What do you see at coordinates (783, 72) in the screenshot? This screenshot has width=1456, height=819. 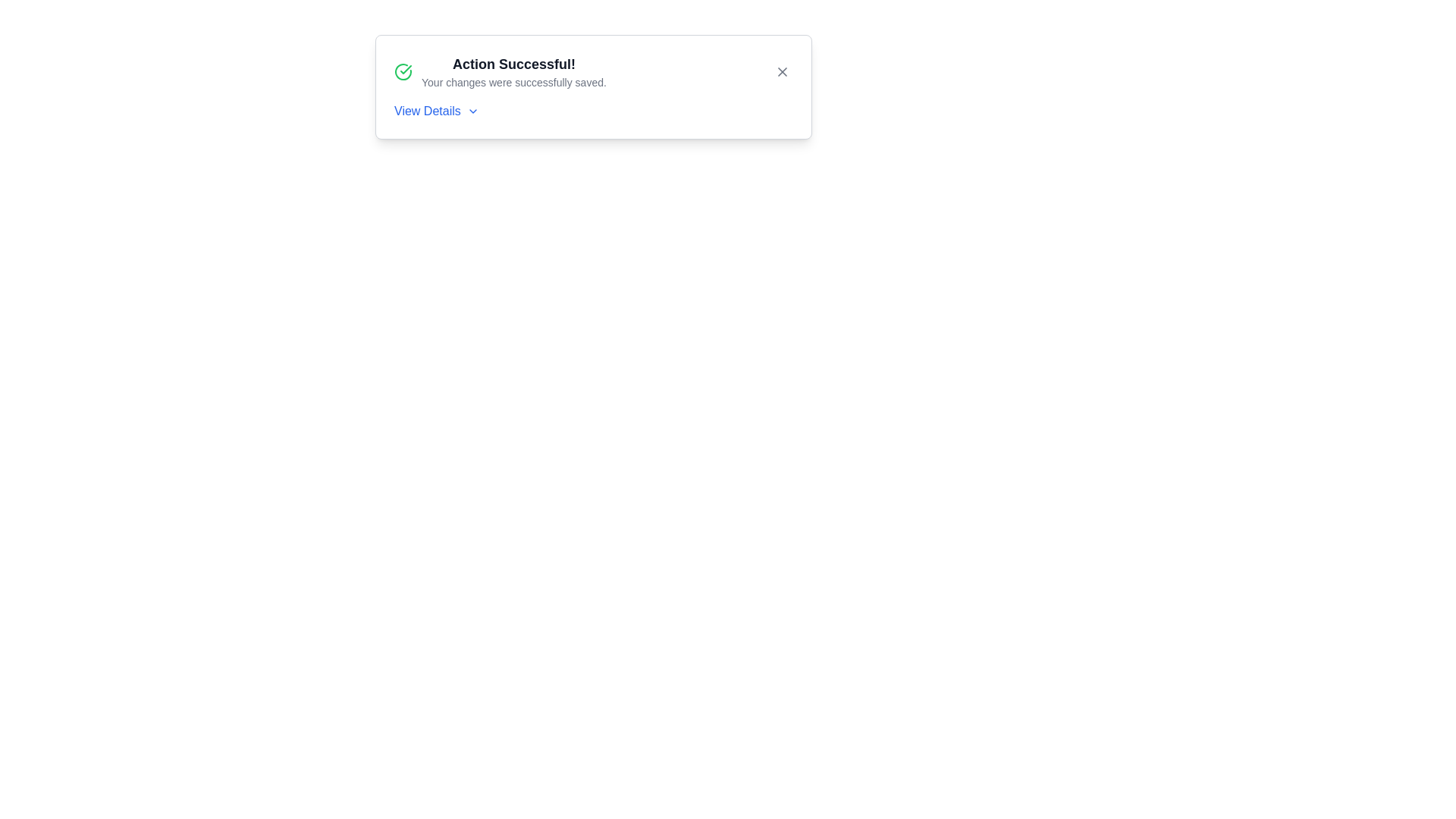 I see `the X button to close the alert` at bounding box center [783, 72].